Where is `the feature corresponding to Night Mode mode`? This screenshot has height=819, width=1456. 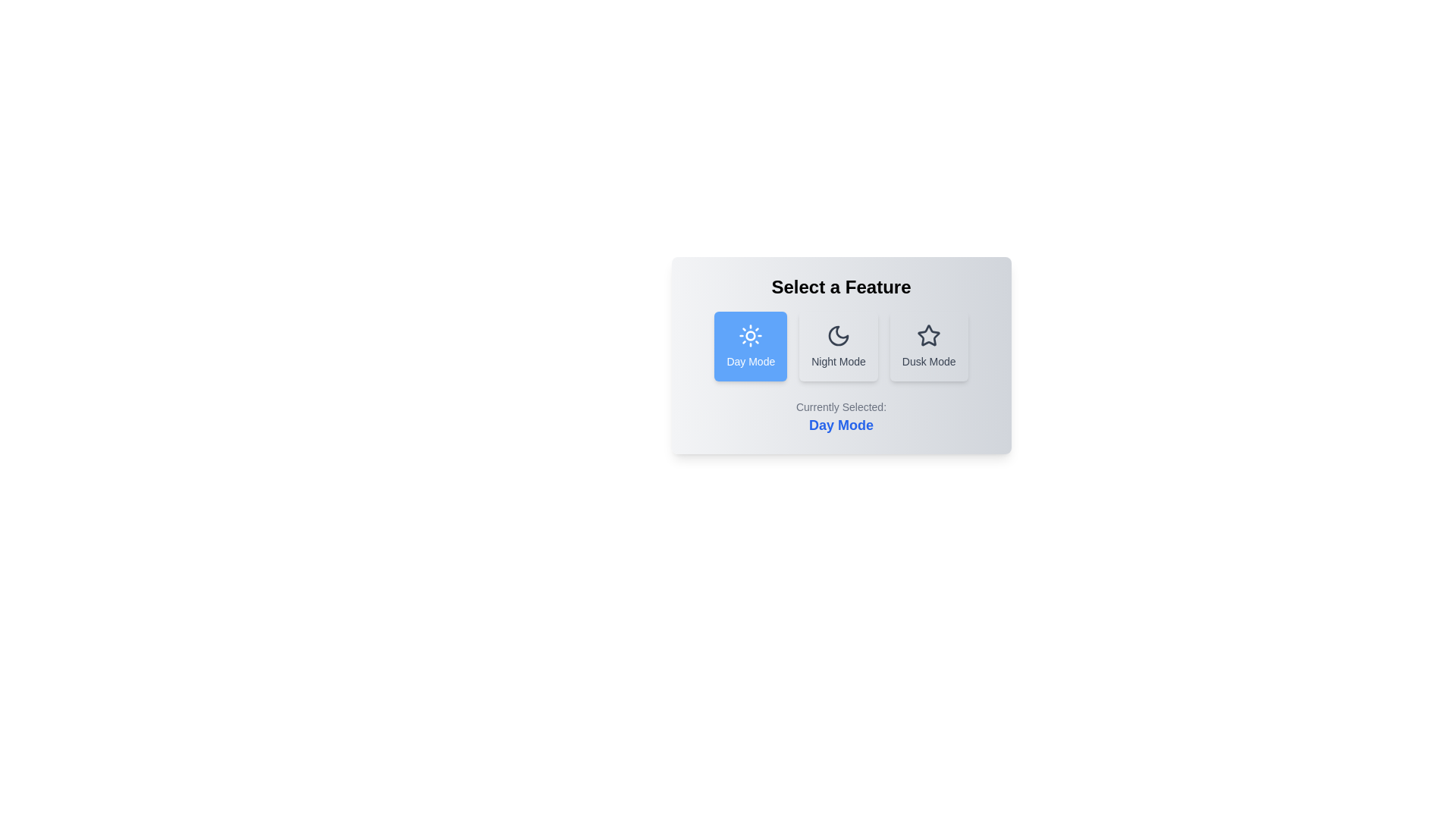 the feature corresponding to Night Mode mode is located at coordinates (837, 346).